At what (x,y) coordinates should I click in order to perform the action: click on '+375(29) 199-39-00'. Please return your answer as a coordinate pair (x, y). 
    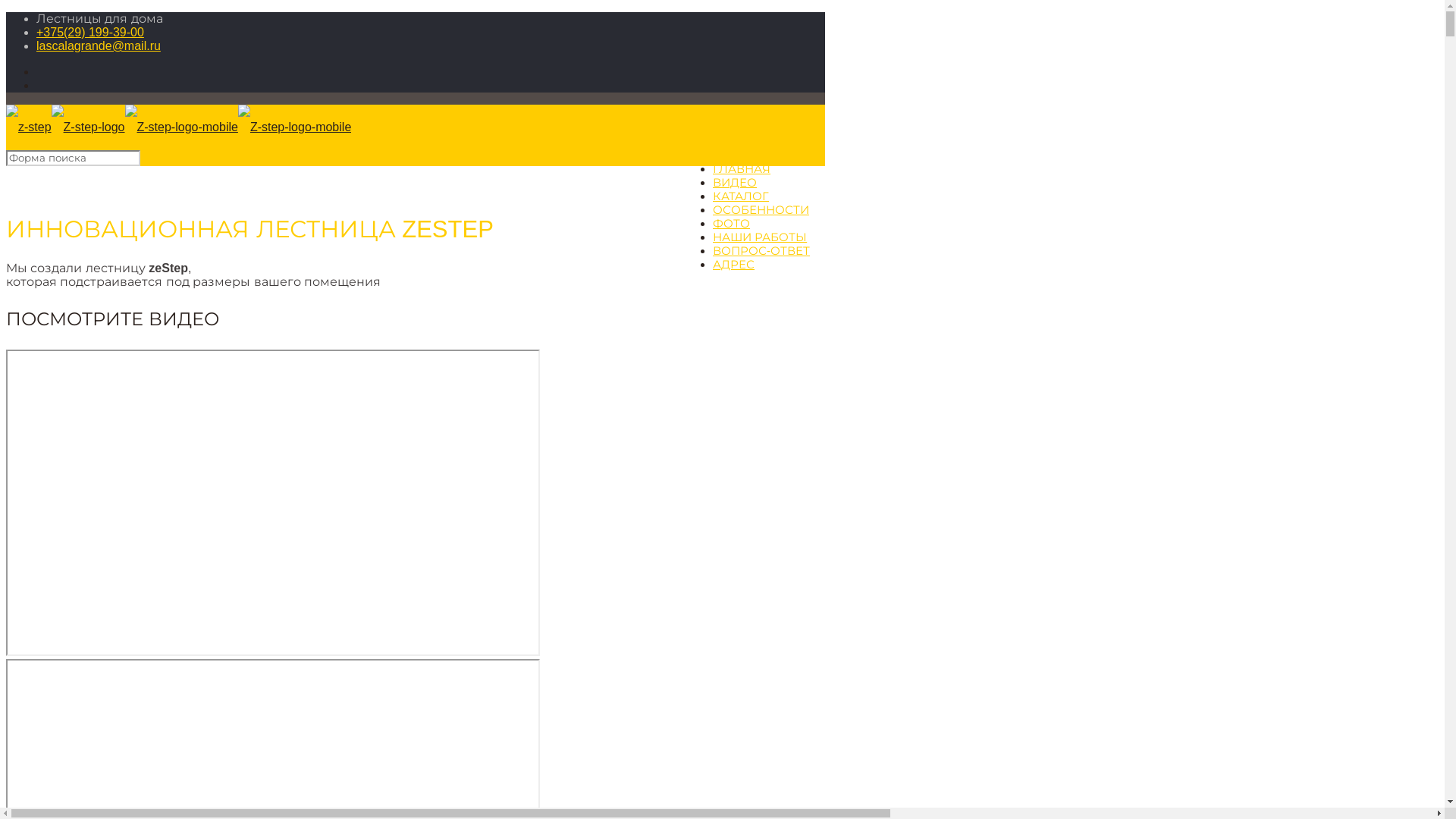
    Looking at the image, I should click on (89, 32).